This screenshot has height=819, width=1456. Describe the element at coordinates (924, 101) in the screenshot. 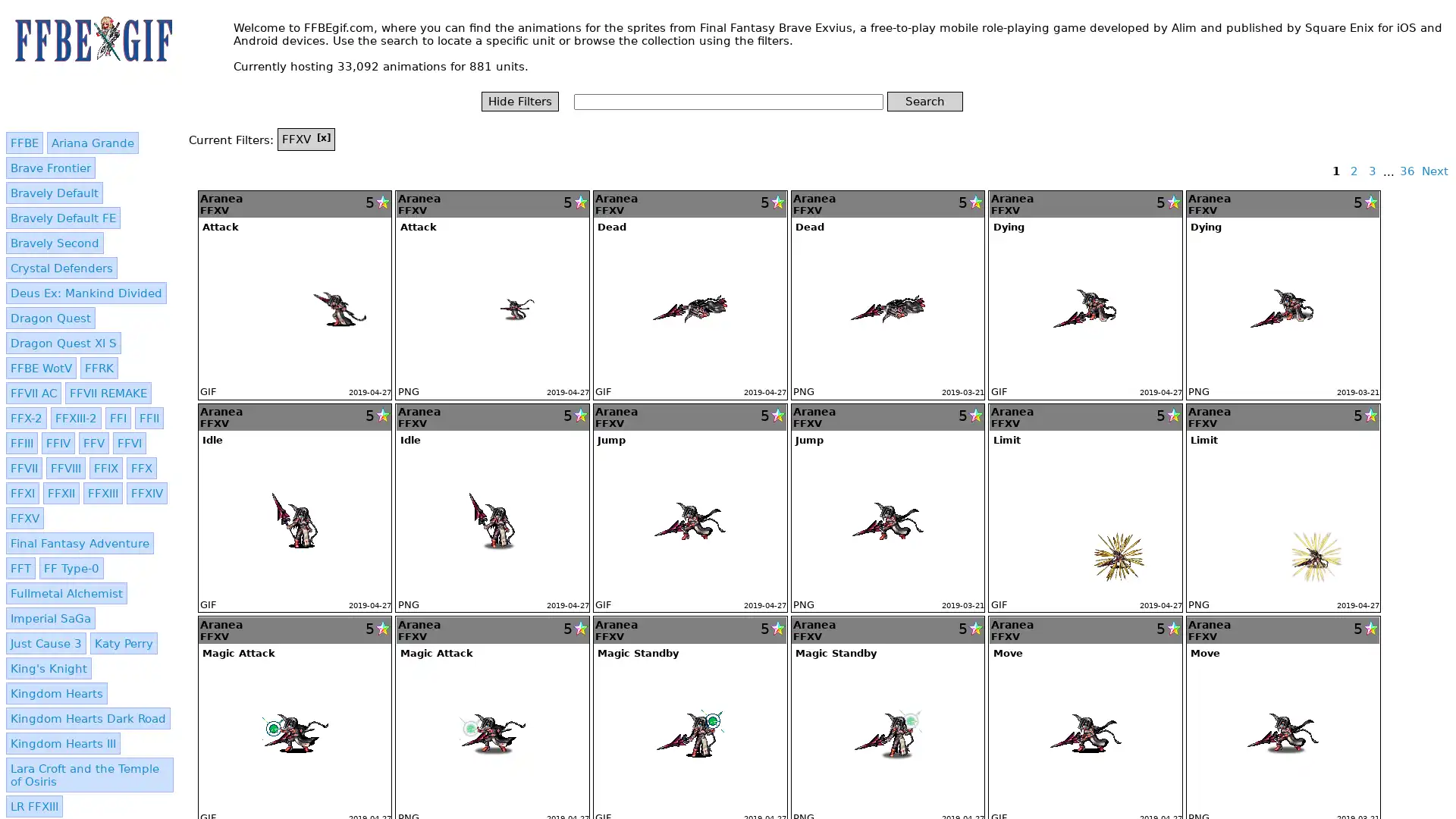

I see `Search` at that location.